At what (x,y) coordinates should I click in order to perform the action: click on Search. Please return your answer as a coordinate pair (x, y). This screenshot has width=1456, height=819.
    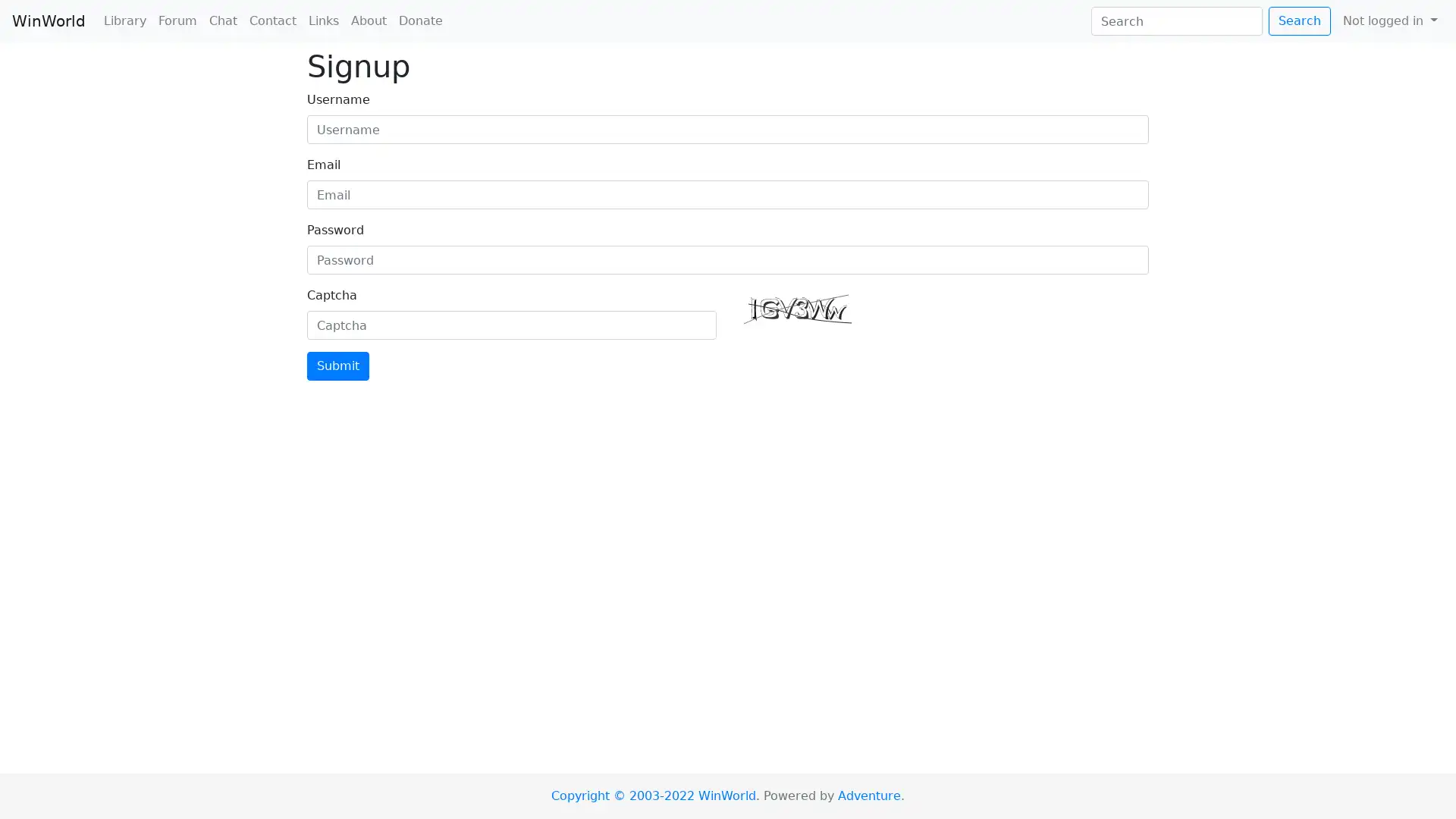
    Looking at the image, I should click on (1298, 20).